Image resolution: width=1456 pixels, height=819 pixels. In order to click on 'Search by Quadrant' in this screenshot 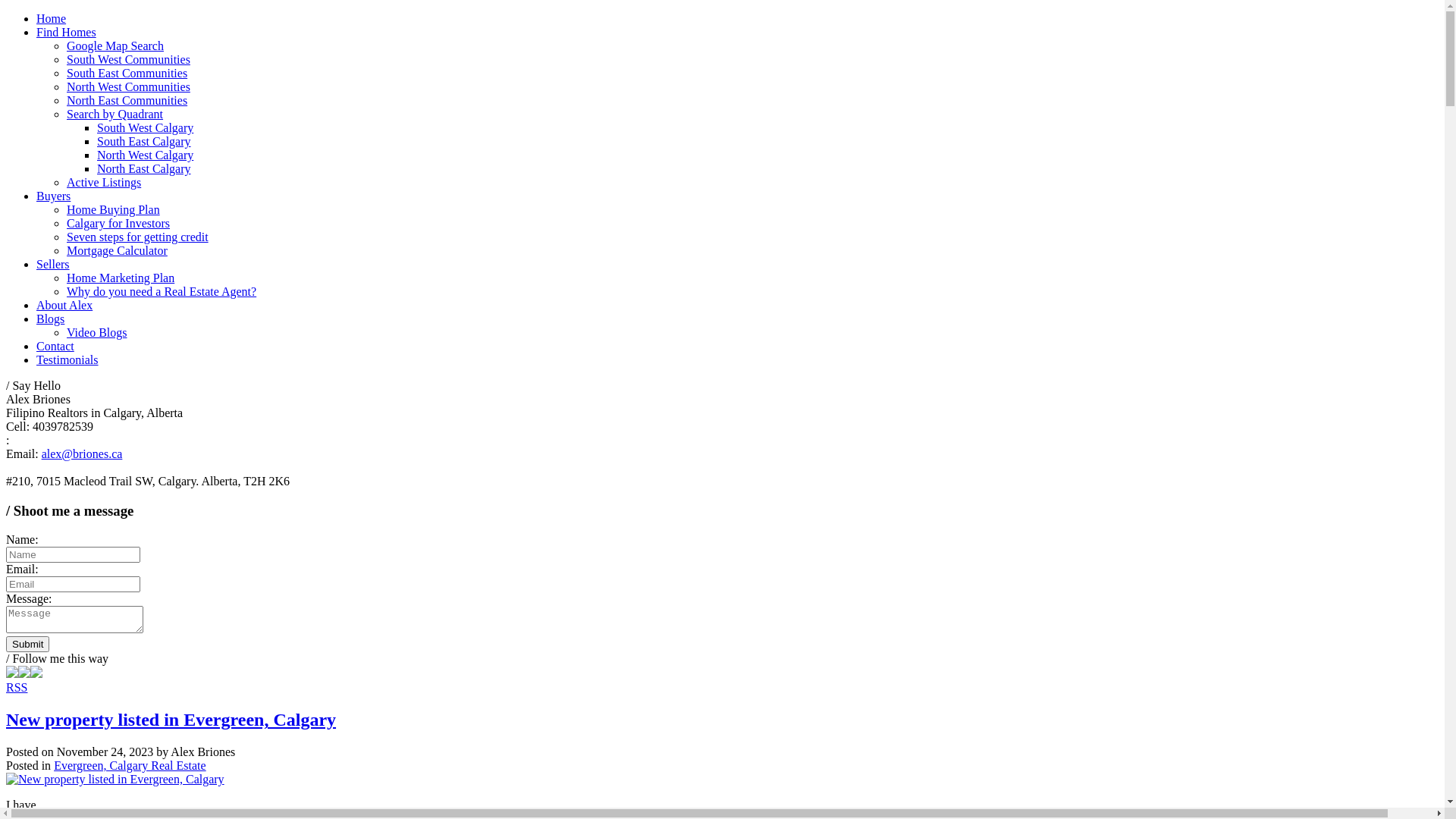, I will do `click(114, 113)`.